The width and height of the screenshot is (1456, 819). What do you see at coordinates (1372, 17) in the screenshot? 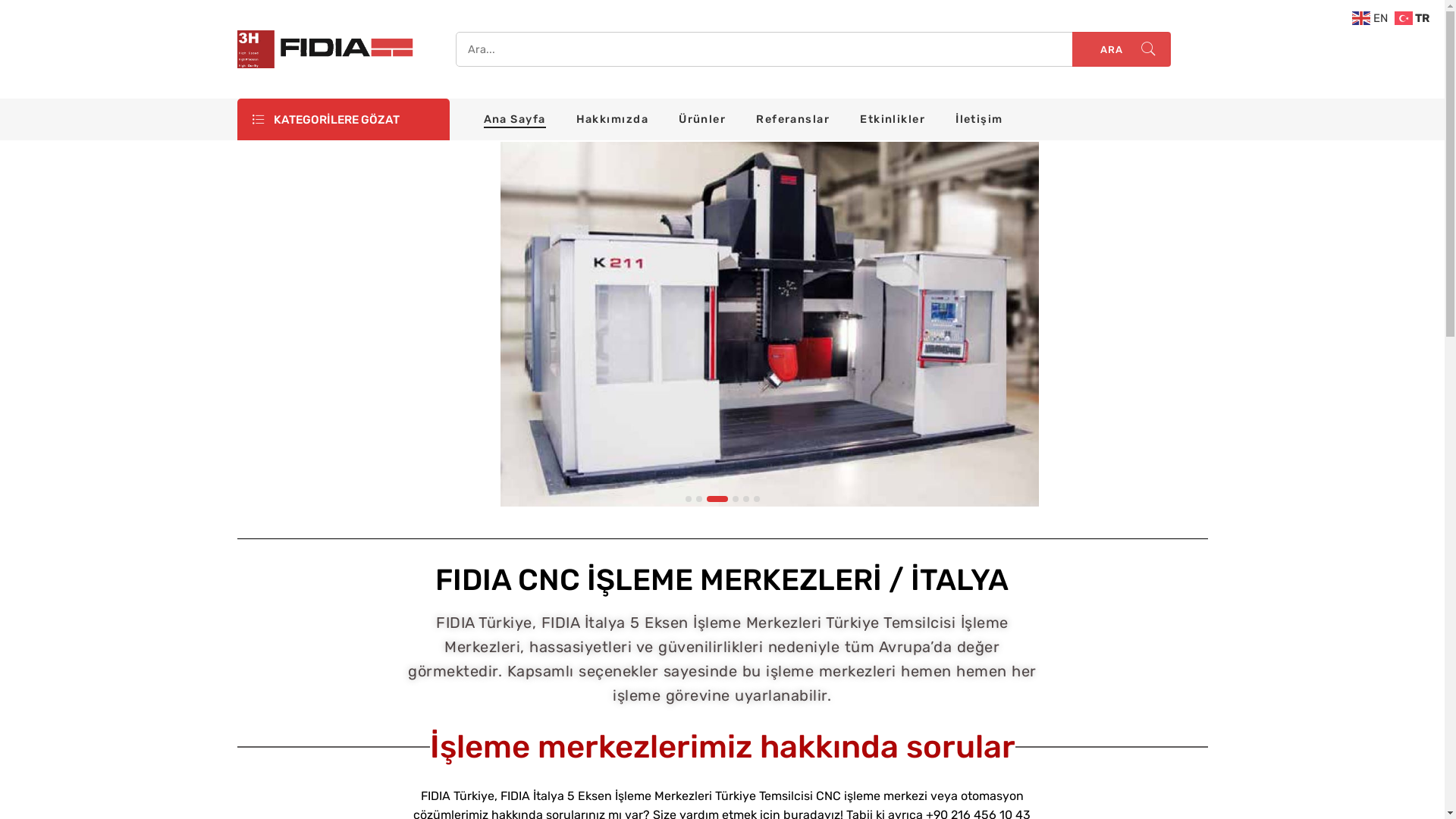
I see `'EN'` at bounding box center [1372, 17].